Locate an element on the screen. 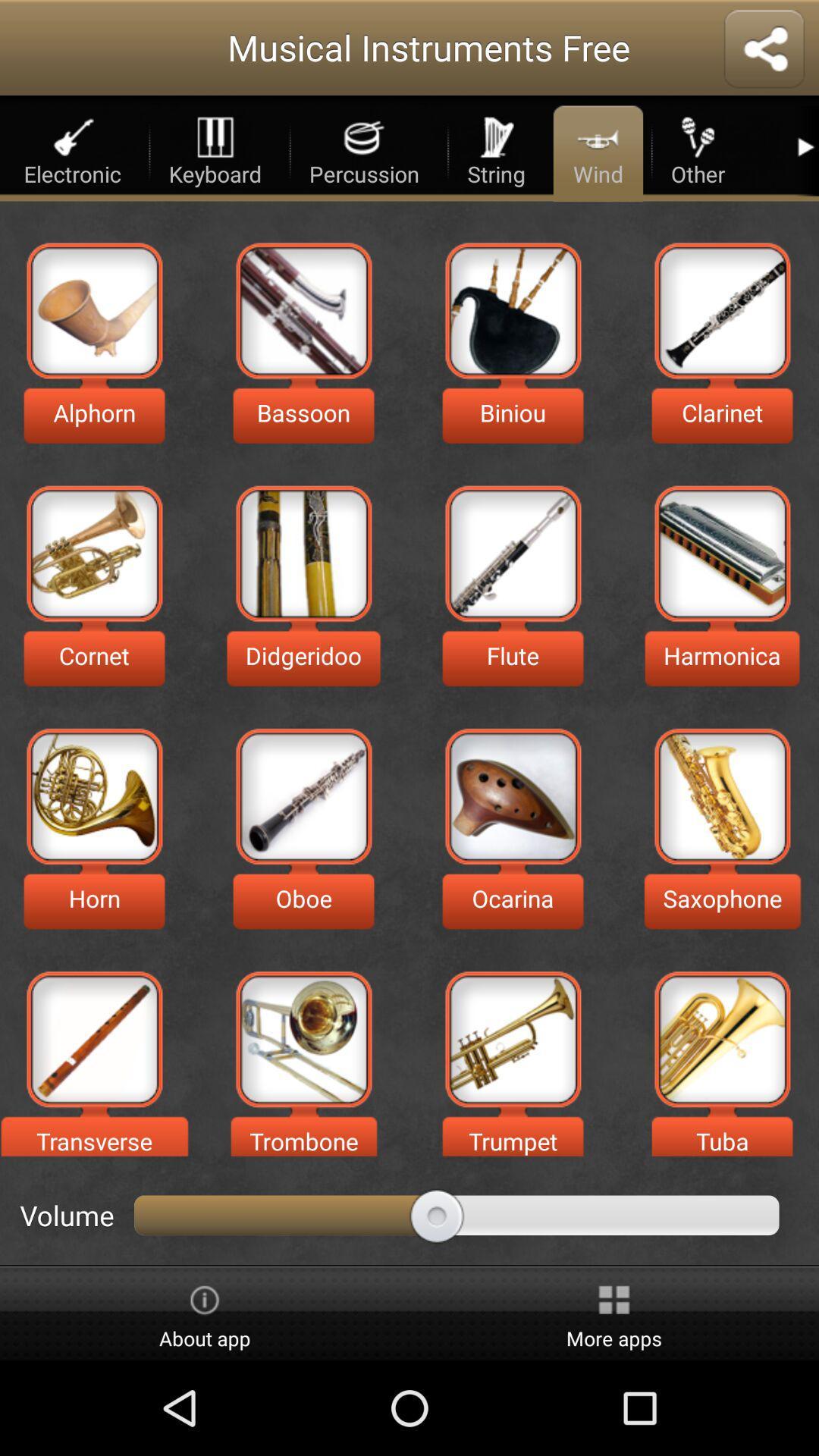 Image resolution: width=819 pixels, height=1456 pixels. tuba instrument is located at coordinates (721, 1038).